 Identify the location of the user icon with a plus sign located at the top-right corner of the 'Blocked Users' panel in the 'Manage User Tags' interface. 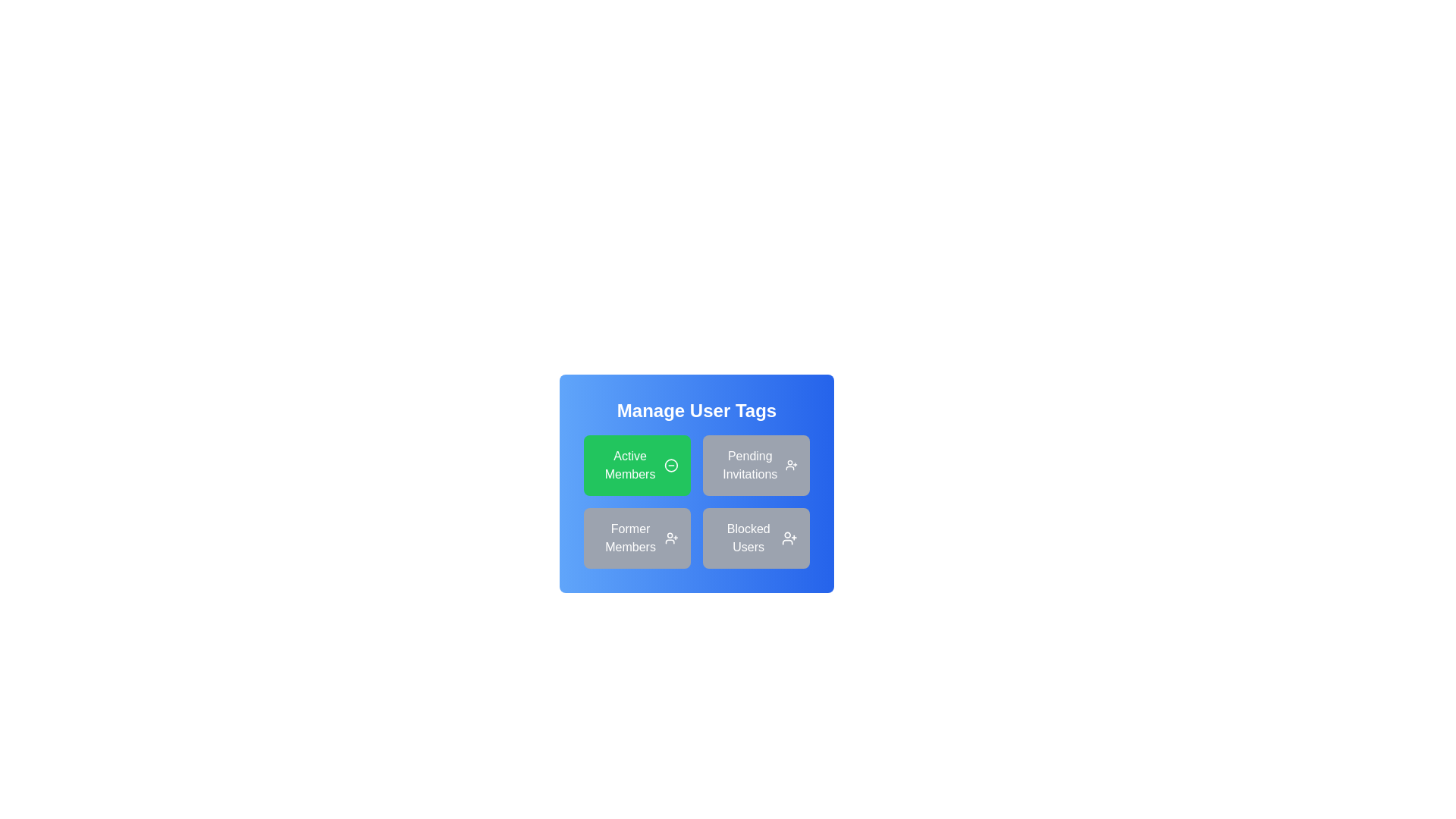
(789, 537).